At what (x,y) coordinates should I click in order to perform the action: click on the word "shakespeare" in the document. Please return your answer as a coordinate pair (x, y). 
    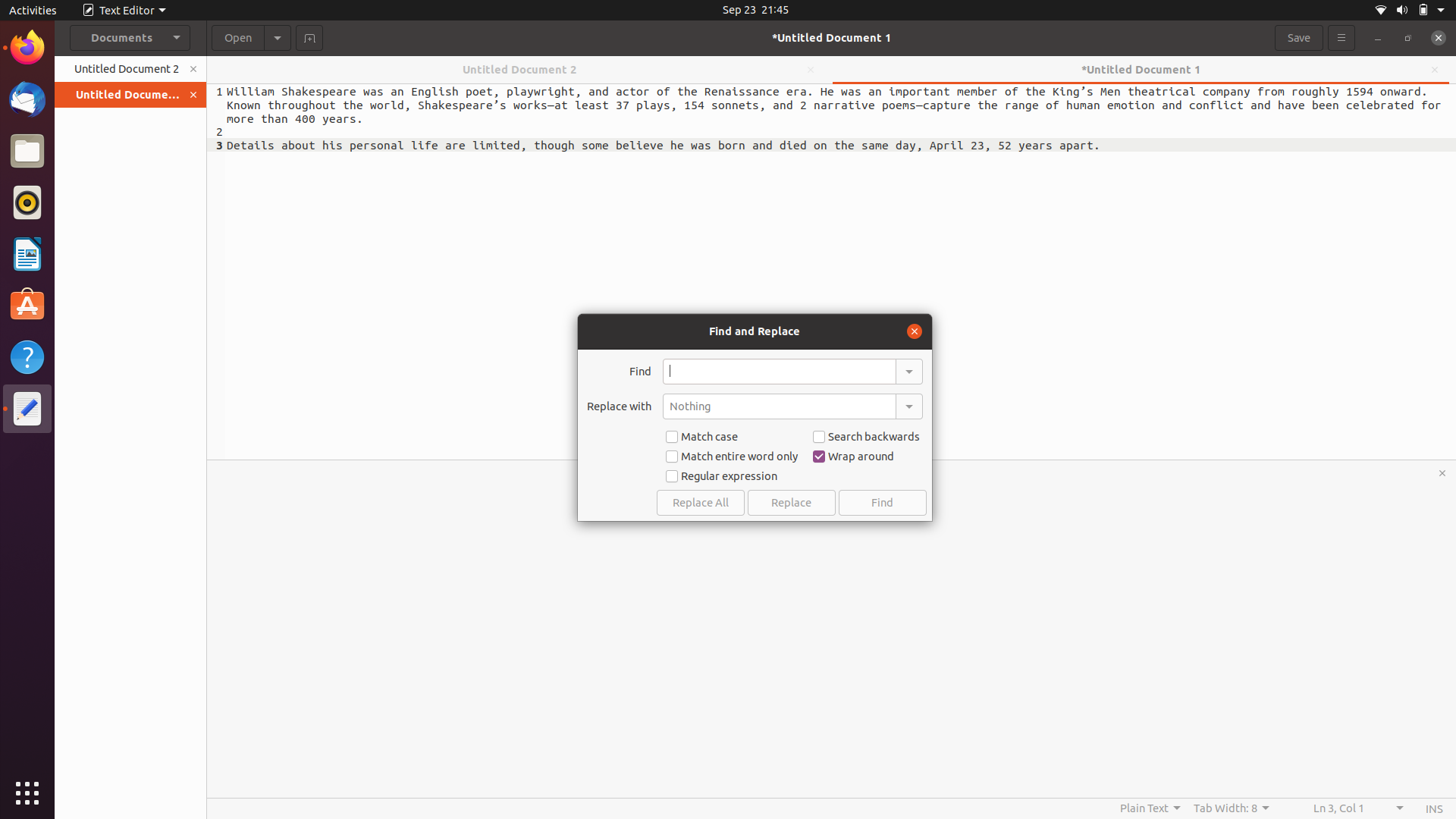
    Looking at the image, I should click on (779, 371).